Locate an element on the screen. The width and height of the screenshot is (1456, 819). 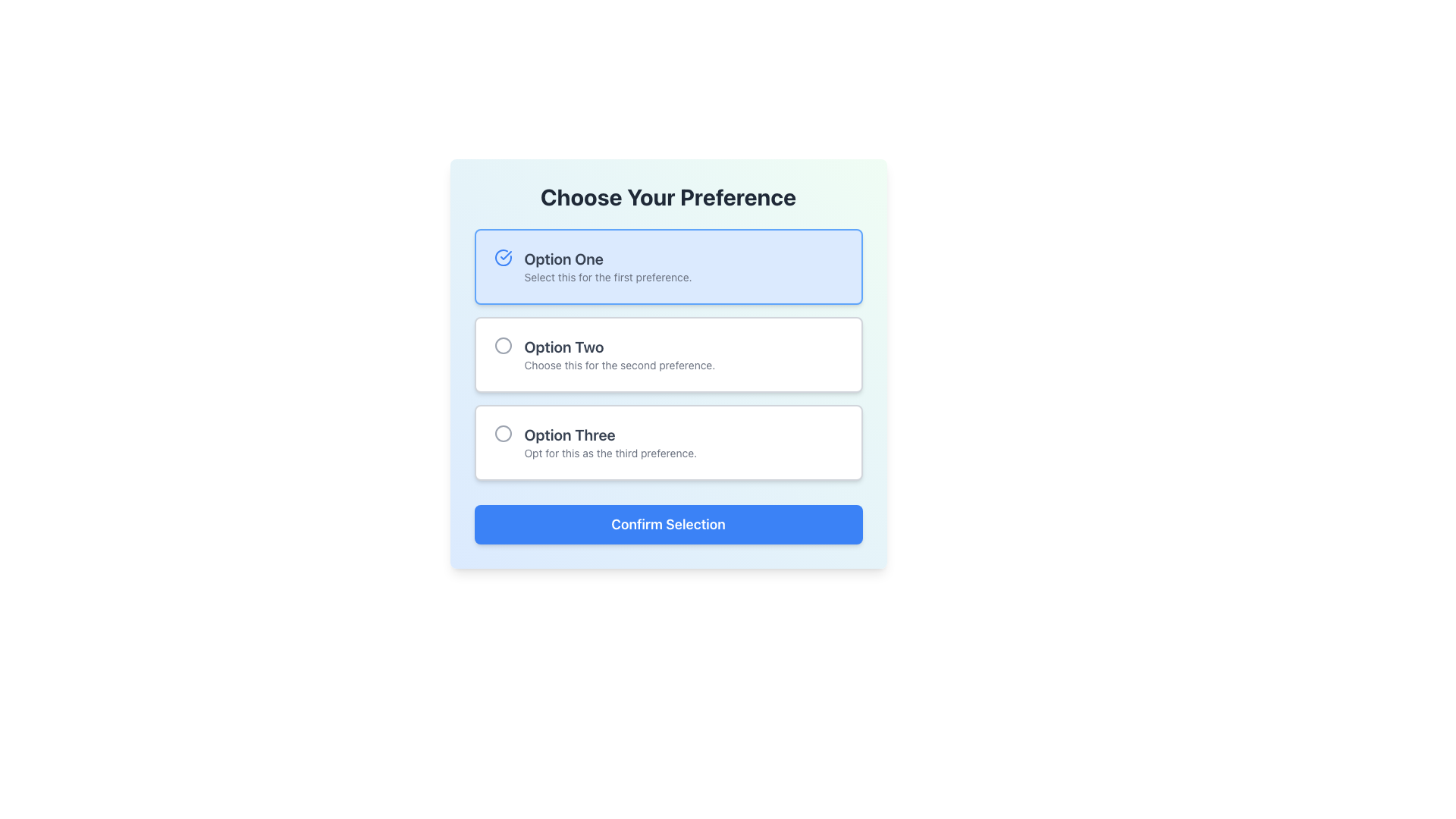
the circle indicator for the radio button corresponding to 'Option Two' is located at coordinates (503, 345).